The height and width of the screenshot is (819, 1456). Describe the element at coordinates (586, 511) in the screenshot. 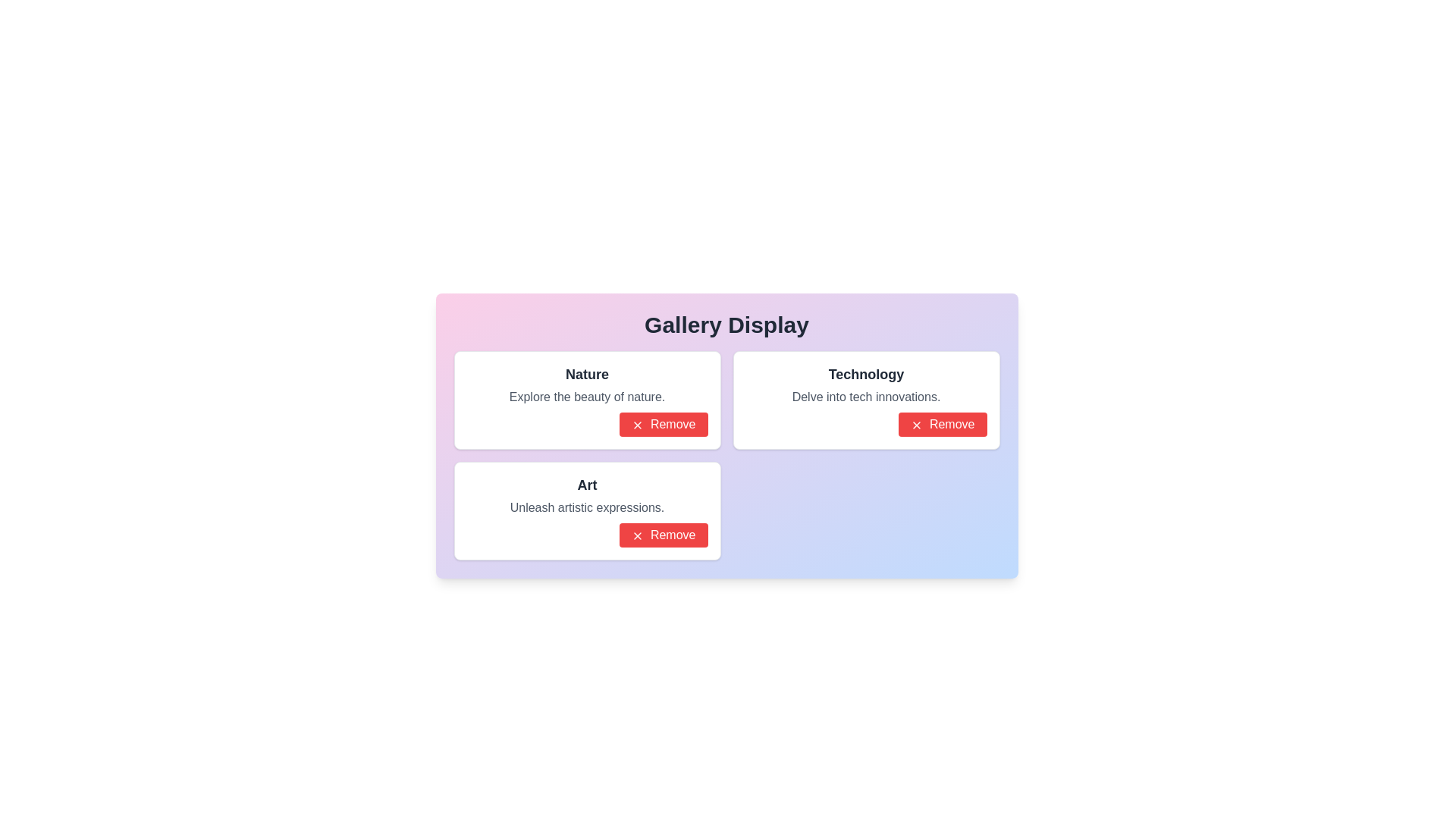

I see `the item card labeled 'Art' to highlight it` at that location.